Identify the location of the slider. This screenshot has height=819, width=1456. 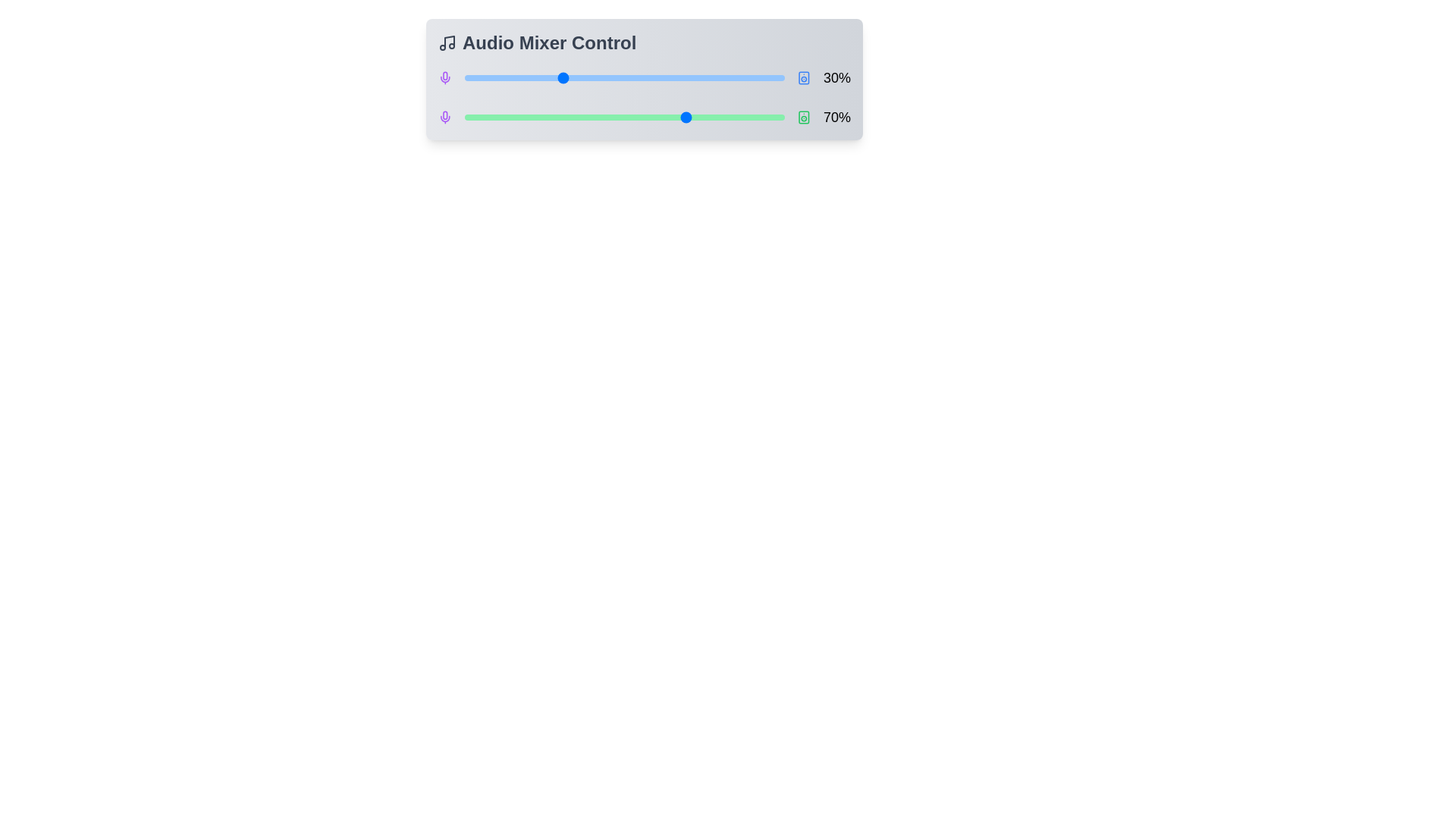
(541, 78).